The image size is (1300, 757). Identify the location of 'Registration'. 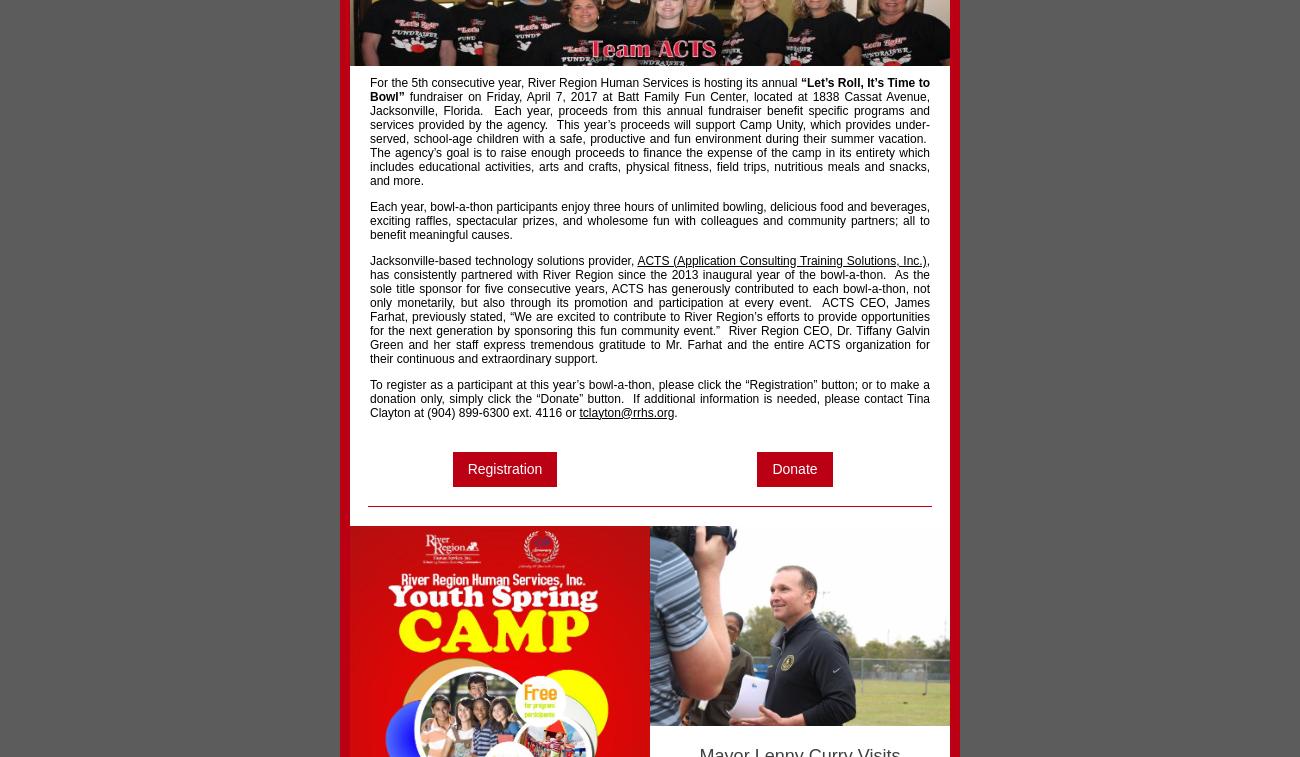
(465, 467).